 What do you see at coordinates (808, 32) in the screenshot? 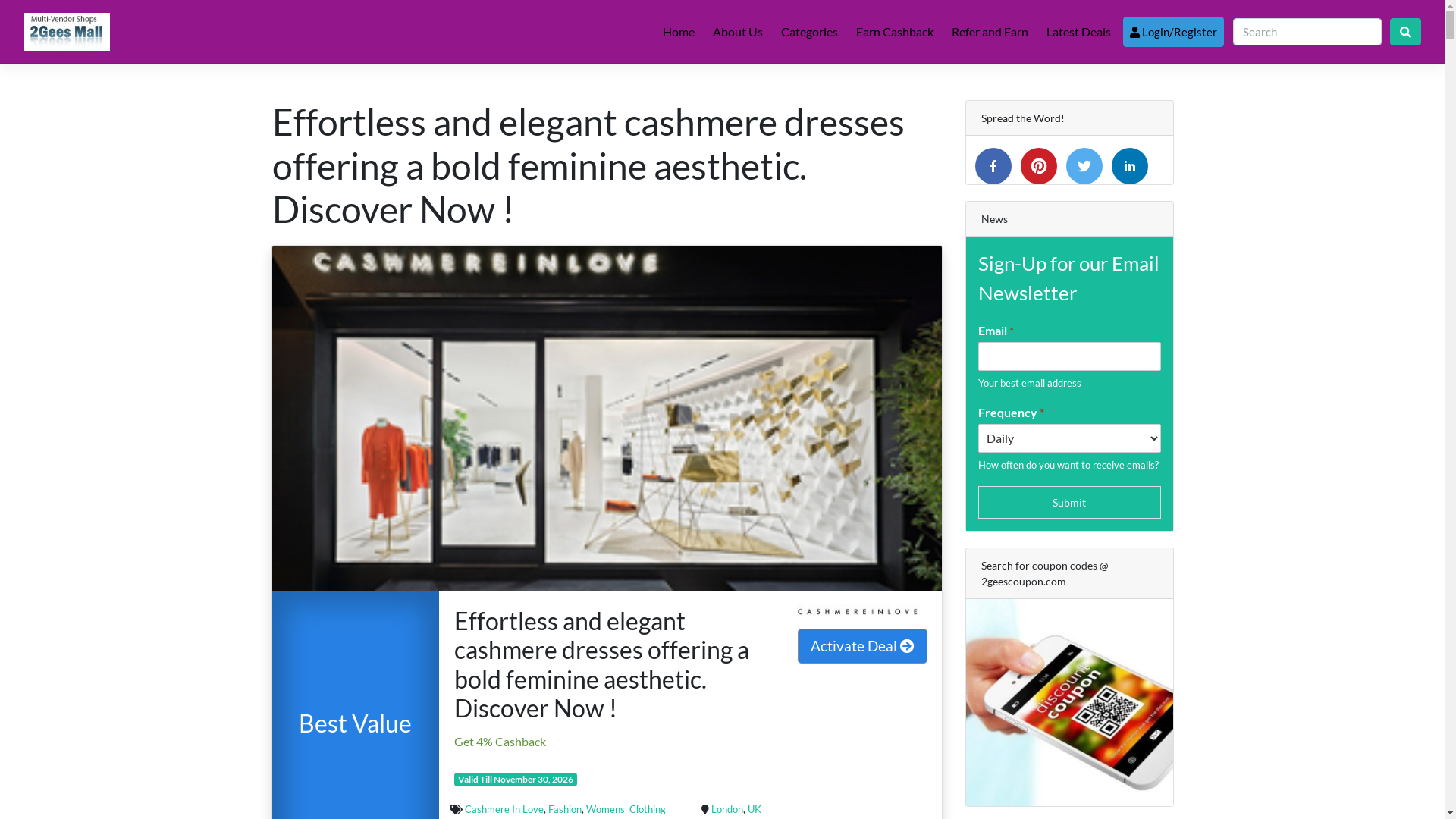
I see `'Categories'` at bounding box center [808, 32].